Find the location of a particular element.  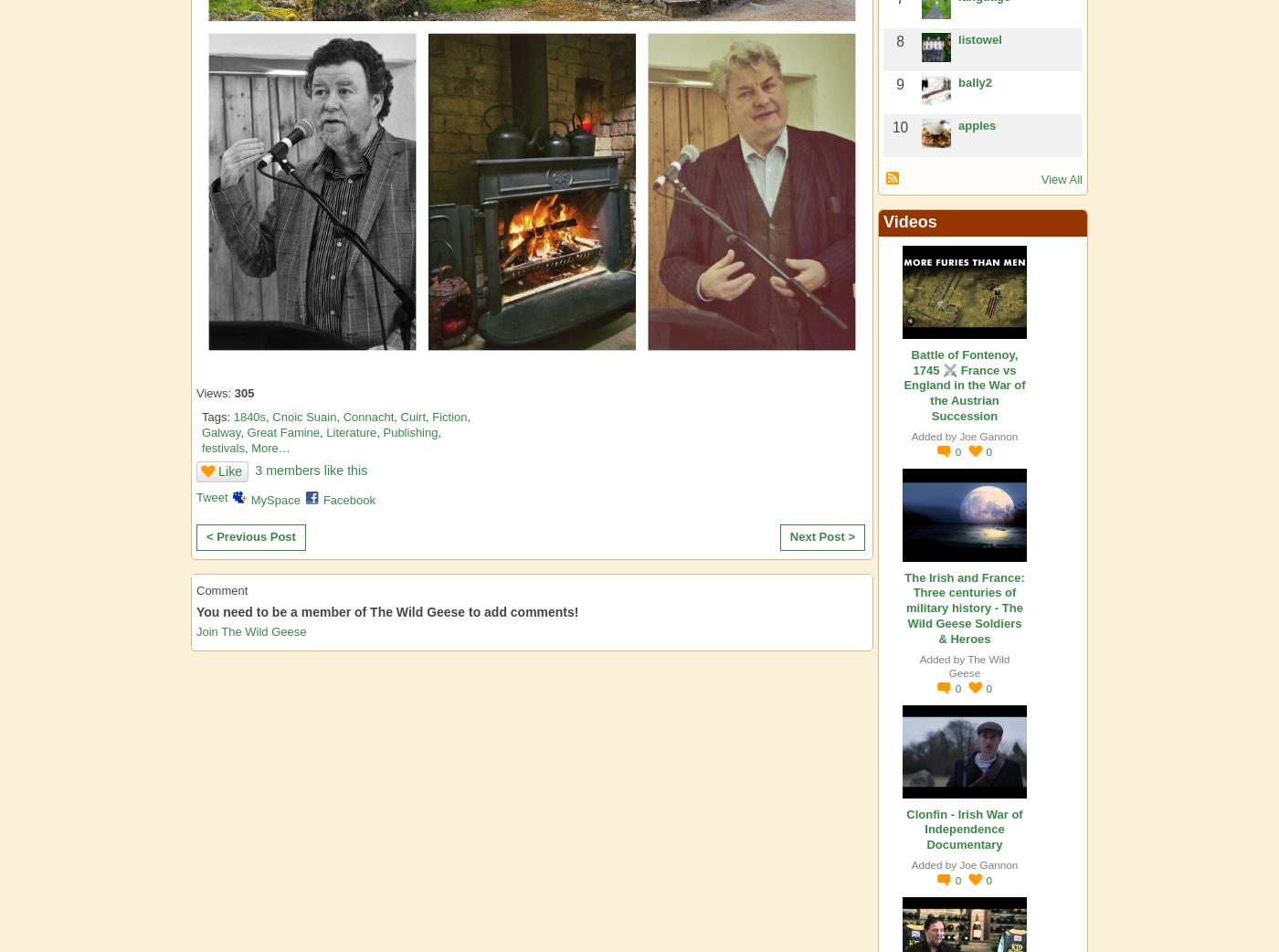

'listowel' is located at coordinates (979, 38).